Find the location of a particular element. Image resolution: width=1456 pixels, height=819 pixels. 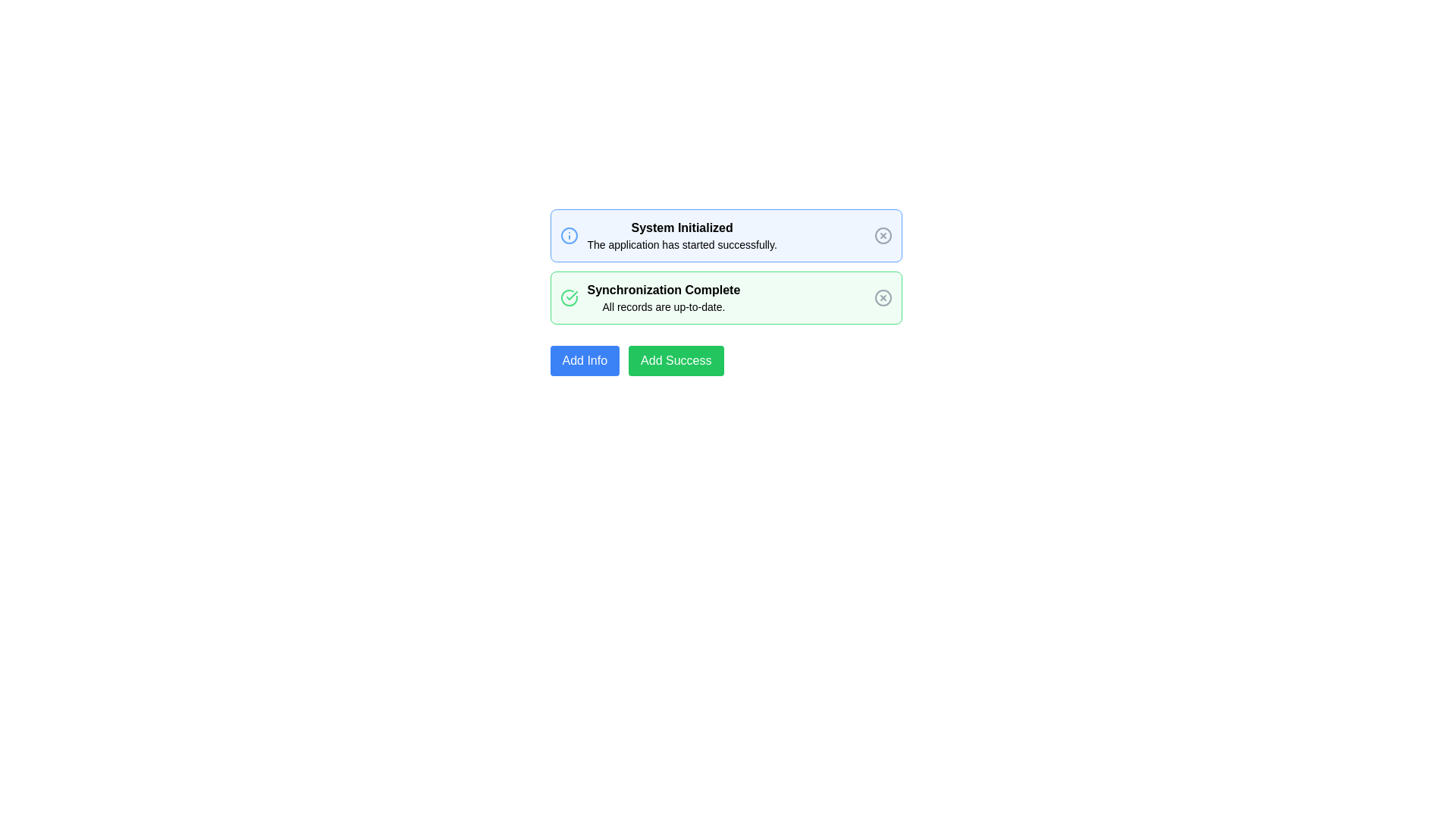

the informational message component indicating successful synchronization, which is located in a green-bordered box in the middle of the interface, below 'System Initialized' and above 'Add Info' and 'Add Success' buttons is located at coordinates (650, 298).